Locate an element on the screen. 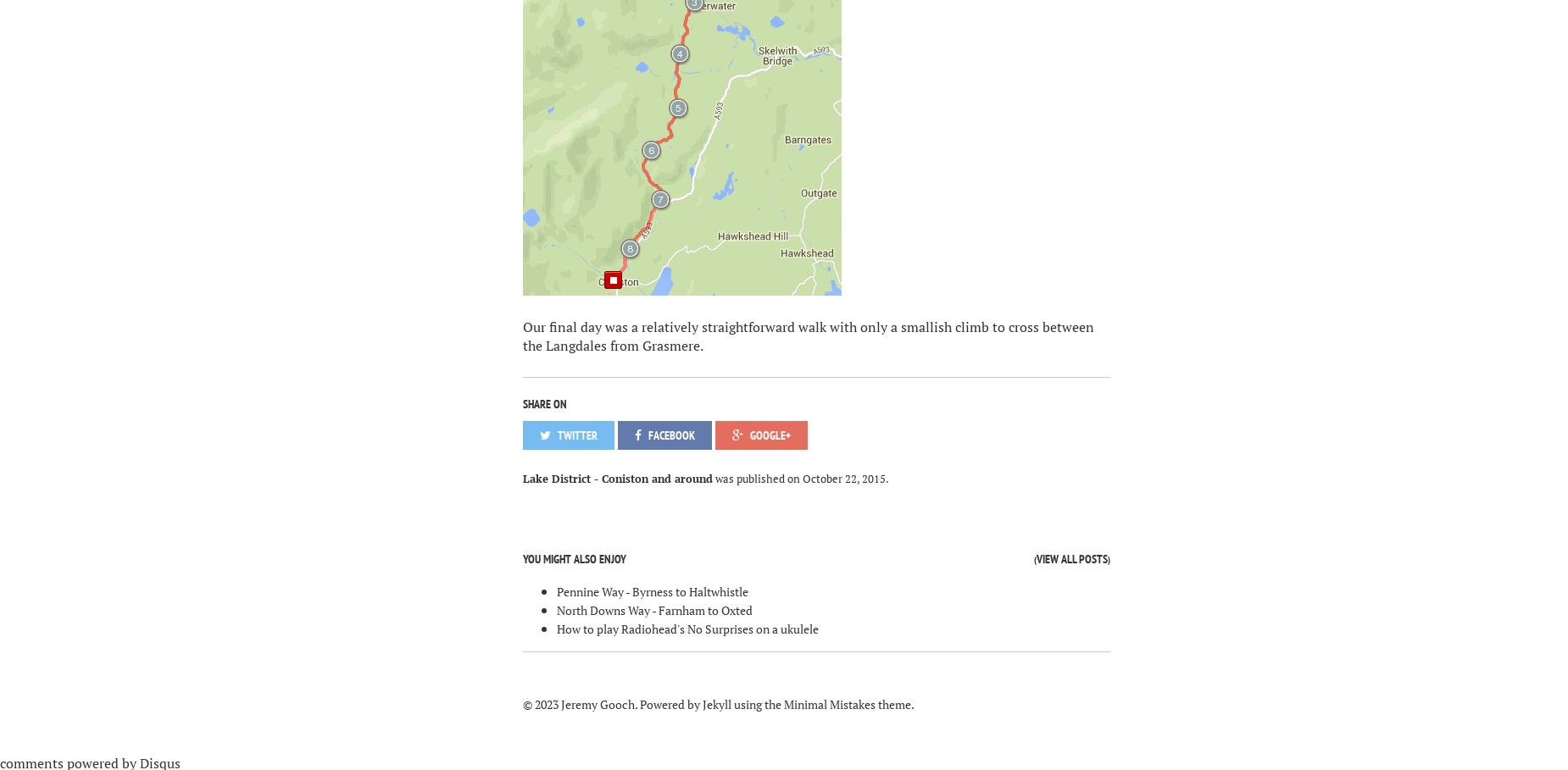  'You might also enjoy' is located at coordinates (573, 558).